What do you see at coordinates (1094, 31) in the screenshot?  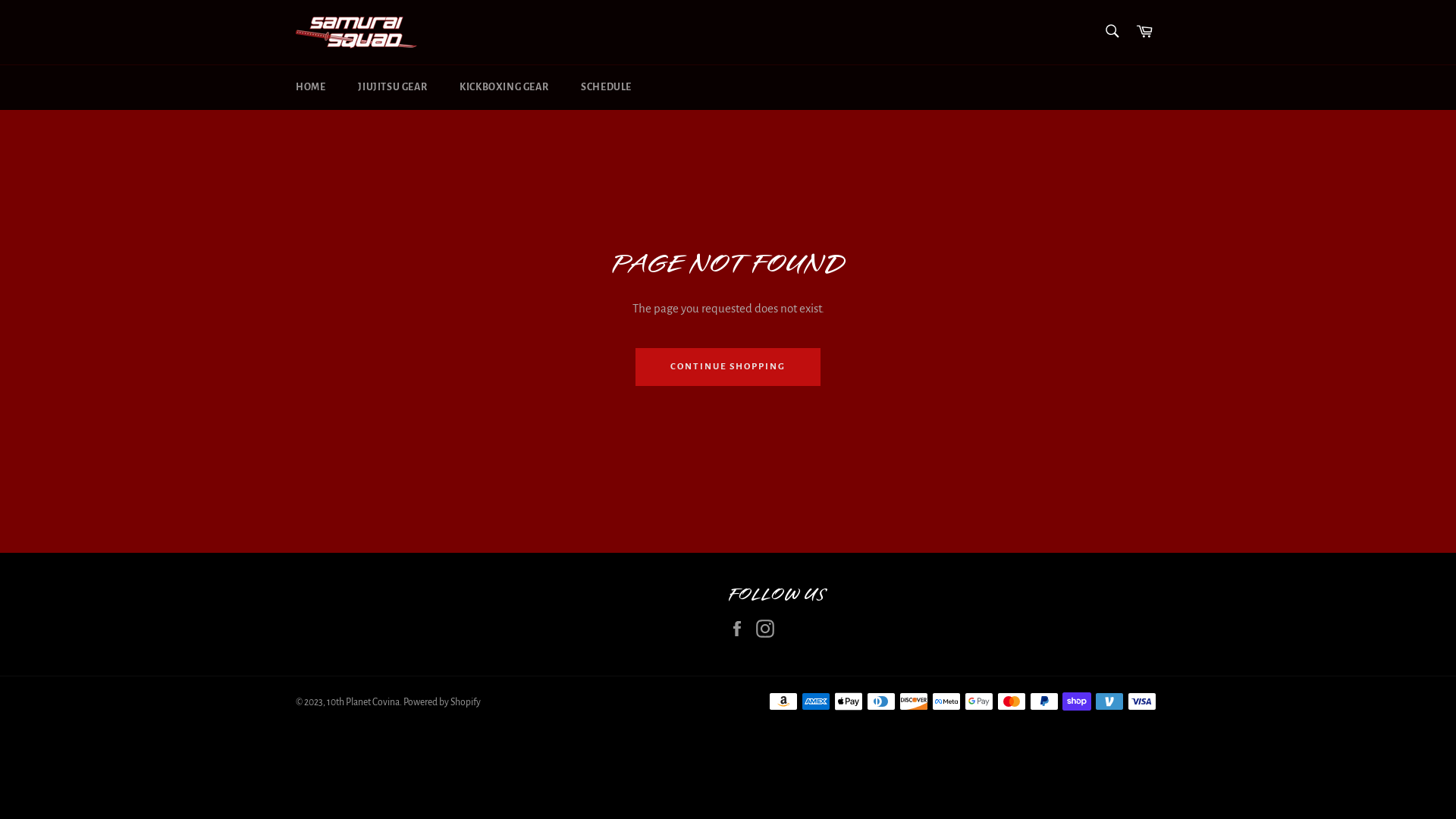 I see `'Search'` at bounding box center [1094, 31].